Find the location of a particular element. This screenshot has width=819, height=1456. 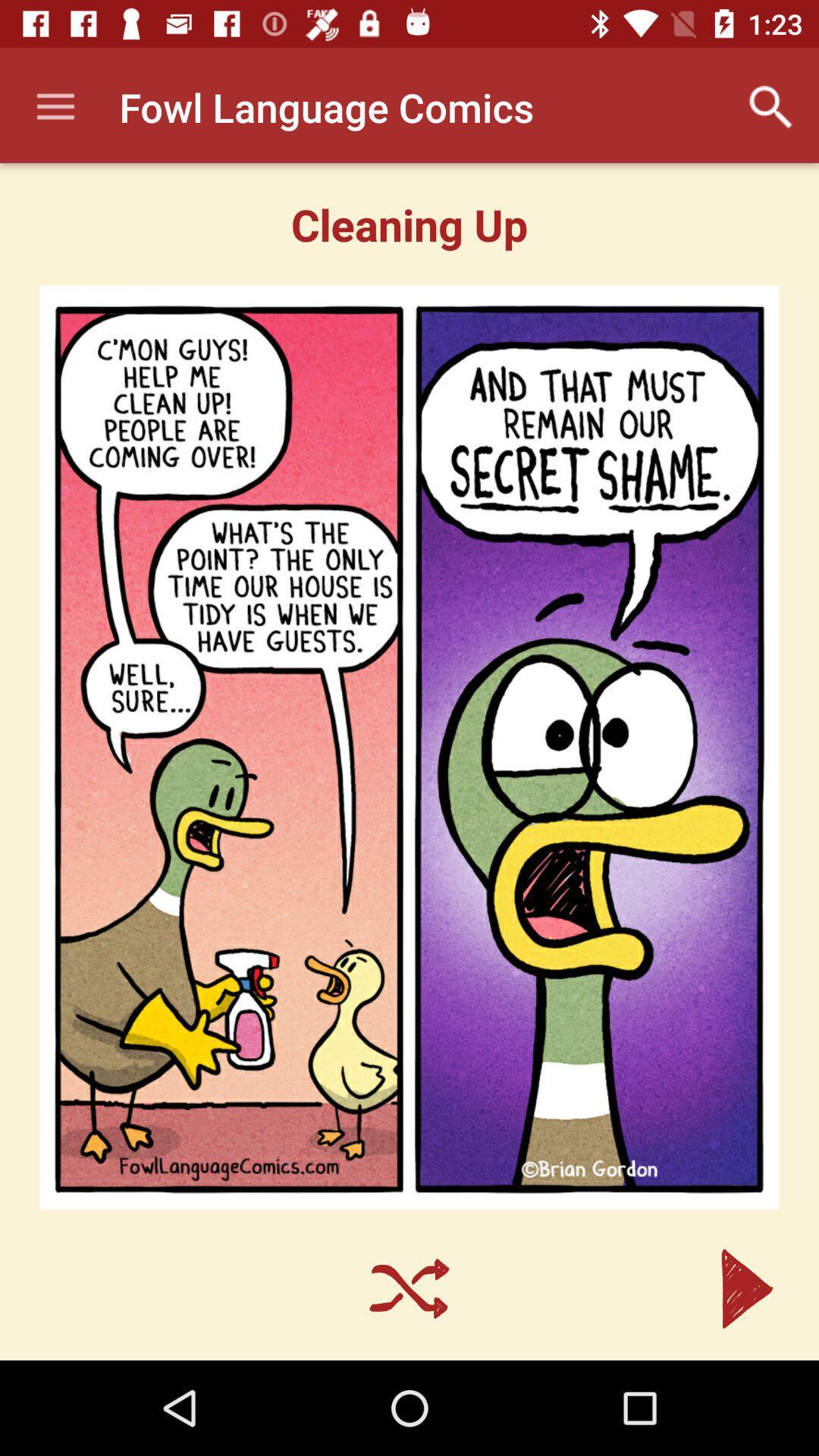

the close icon is located at coordinates (409, 1288).